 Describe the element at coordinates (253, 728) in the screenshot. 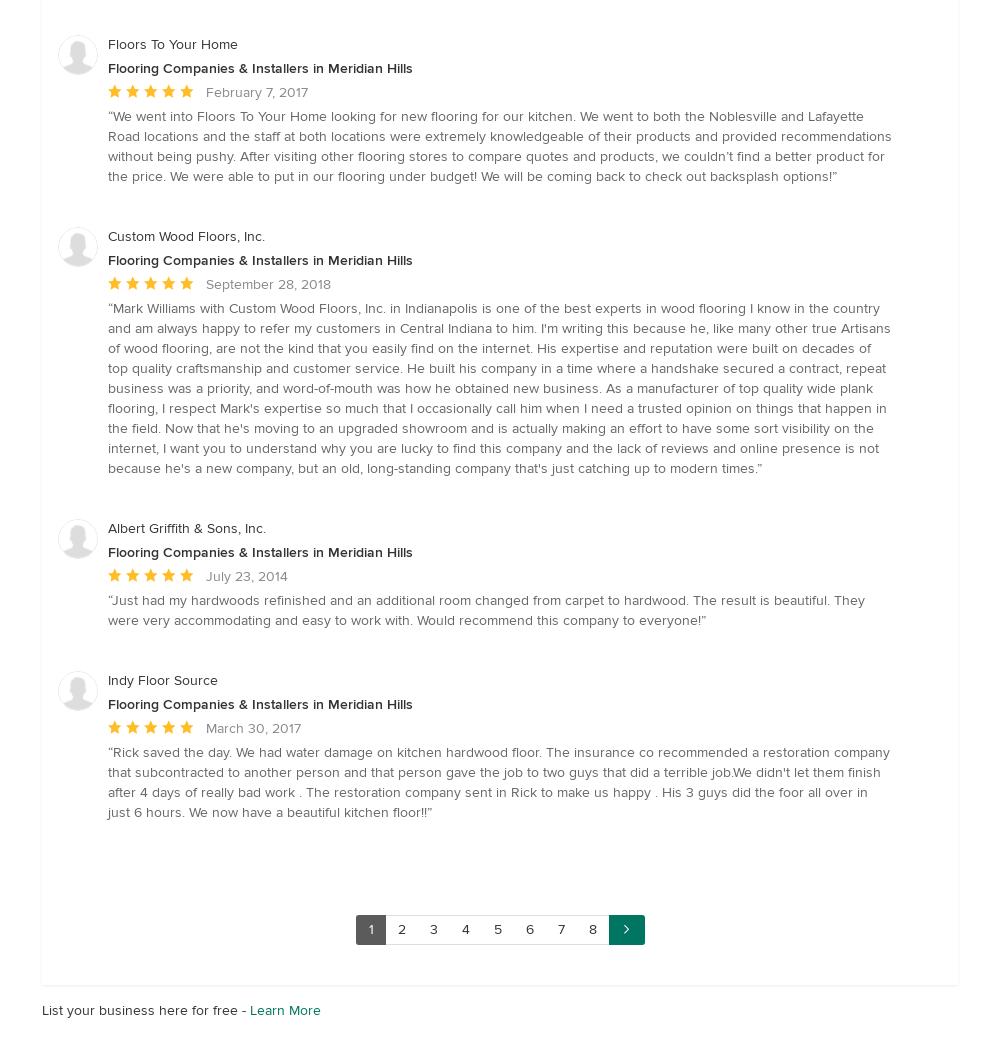

I see `'March 30, 2017'` at that location.